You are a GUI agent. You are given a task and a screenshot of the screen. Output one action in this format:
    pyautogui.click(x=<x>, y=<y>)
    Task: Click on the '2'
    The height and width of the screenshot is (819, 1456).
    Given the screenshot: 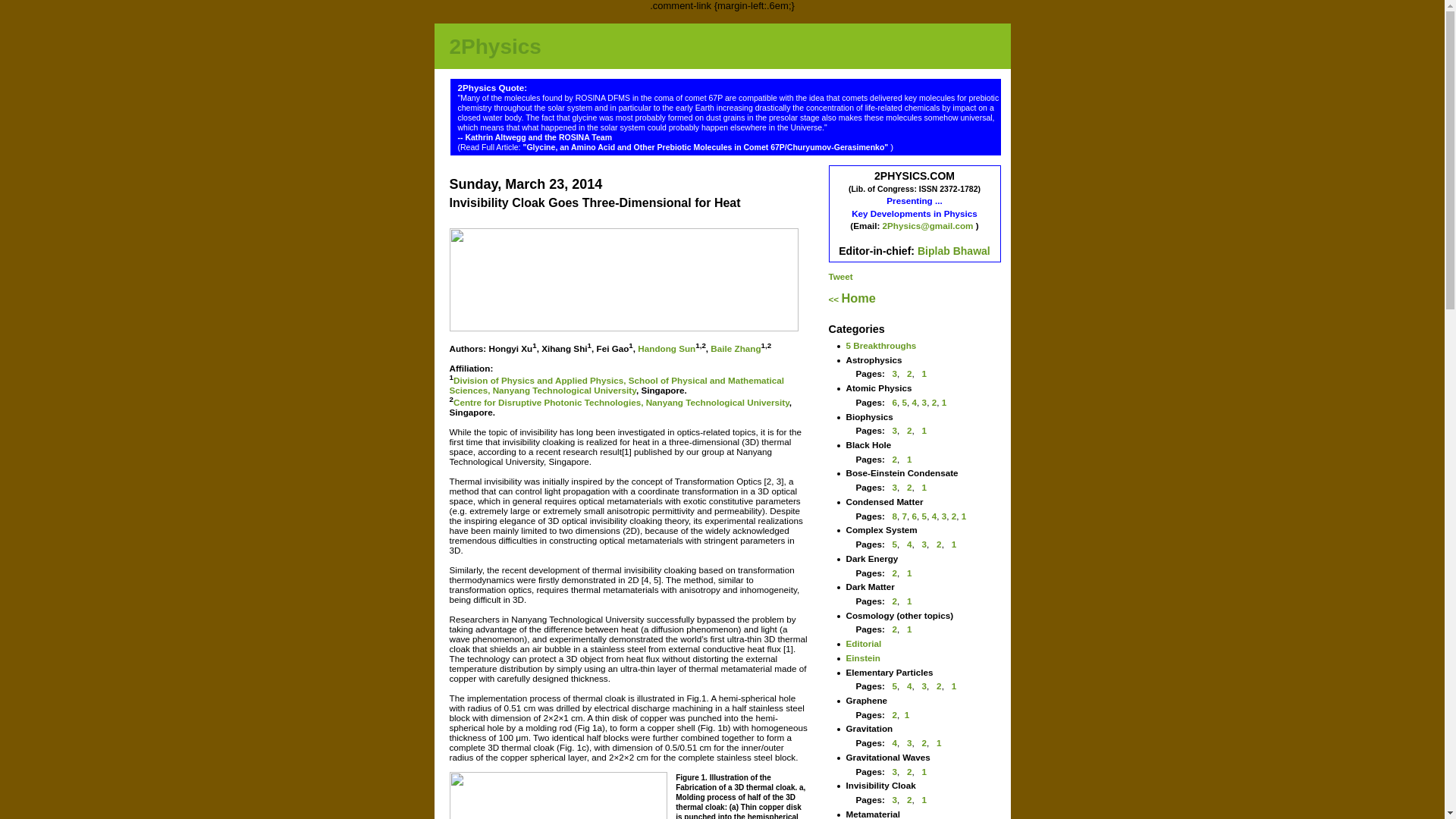 What is the action you would take?
    pyautogui.click(x=909, y=771)
    